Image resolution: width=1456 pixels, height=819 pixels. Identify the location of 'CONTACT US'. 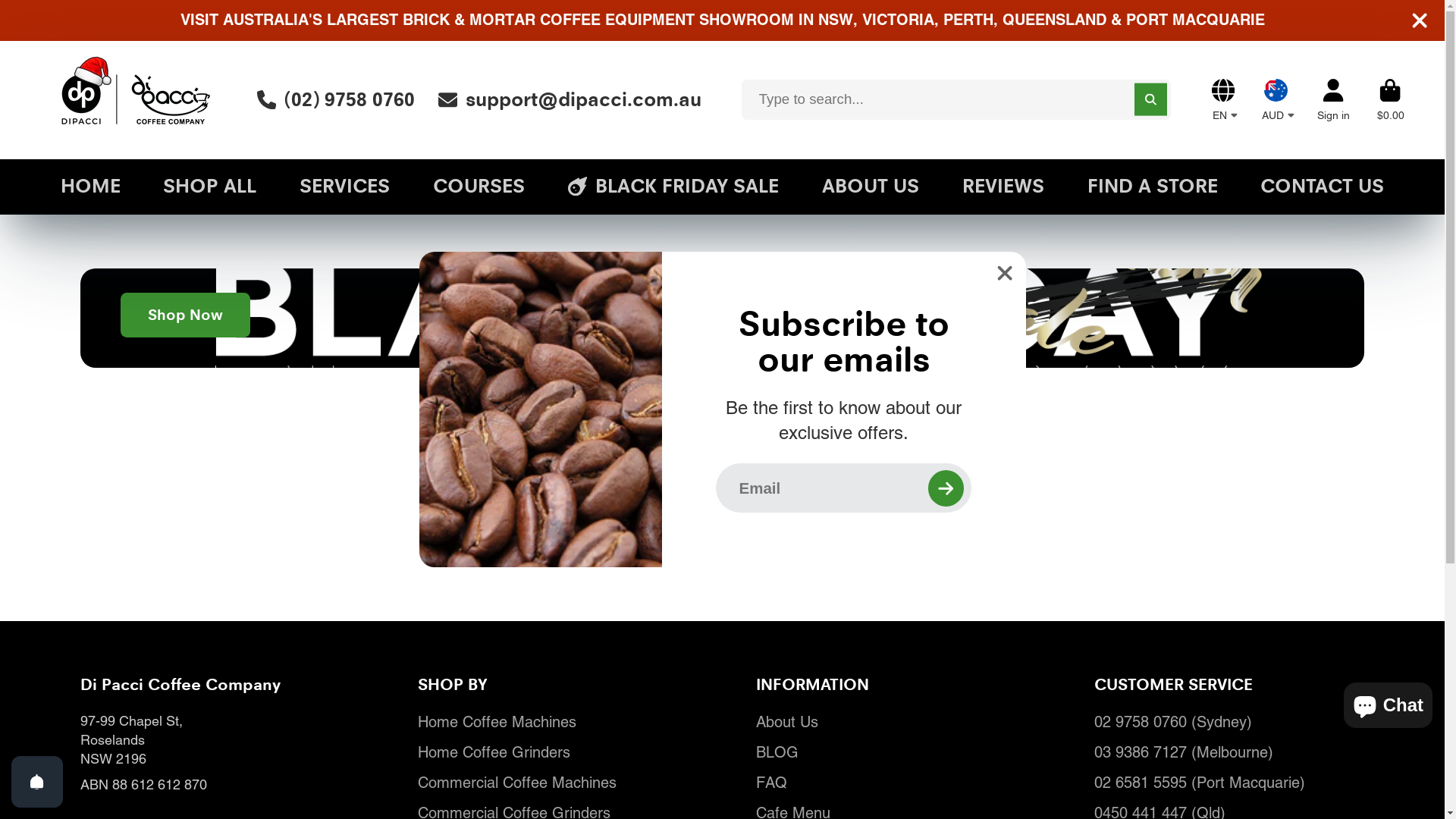
(1321, 185).